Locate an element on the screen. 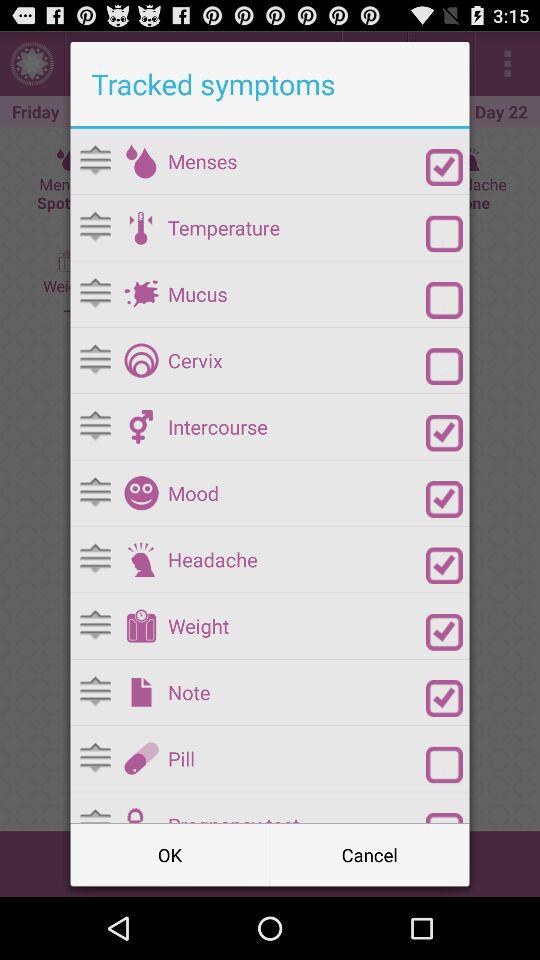 The height and width of the screenshot is (960, 540). the icon above cervix app is located at coordinates (296, 293).